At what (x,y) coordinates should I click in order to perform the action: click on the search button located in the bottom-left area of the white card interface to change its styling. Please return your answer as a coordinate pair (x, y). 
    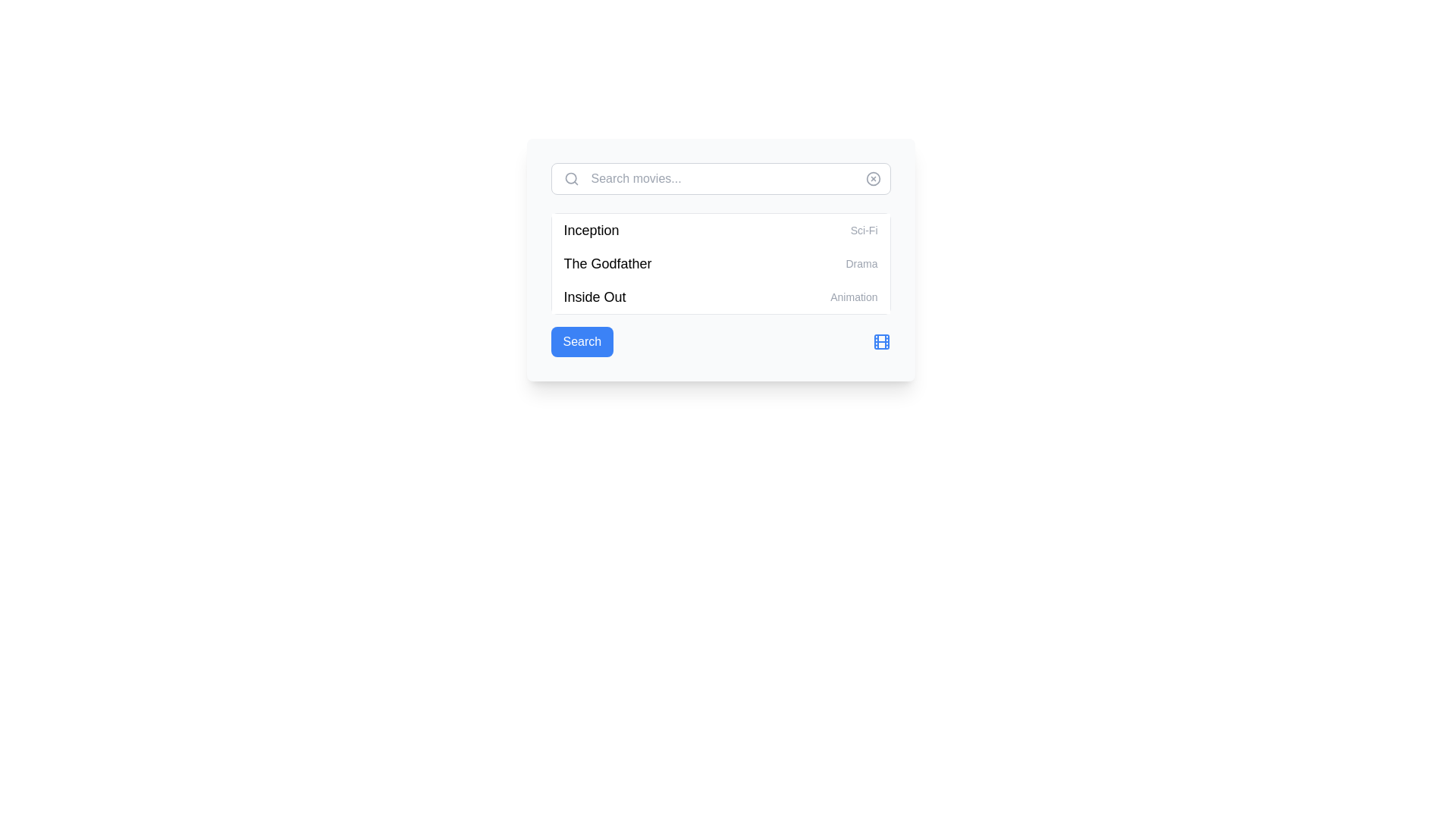
    Looking at the image, I should click on (581, 342).